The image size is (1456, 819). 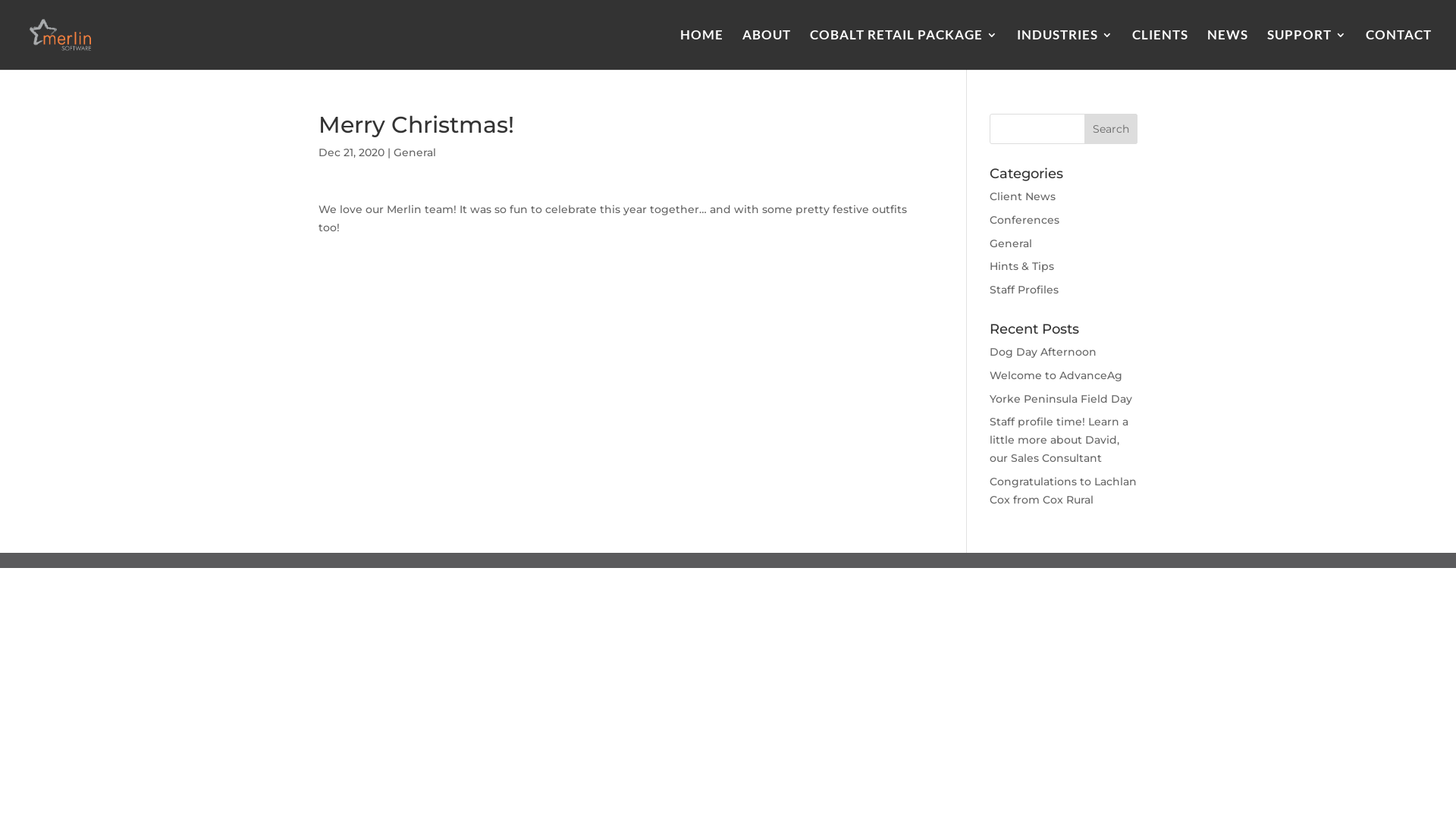 I want to click on 'Hints & Tips', so click(x=1021, y=265).